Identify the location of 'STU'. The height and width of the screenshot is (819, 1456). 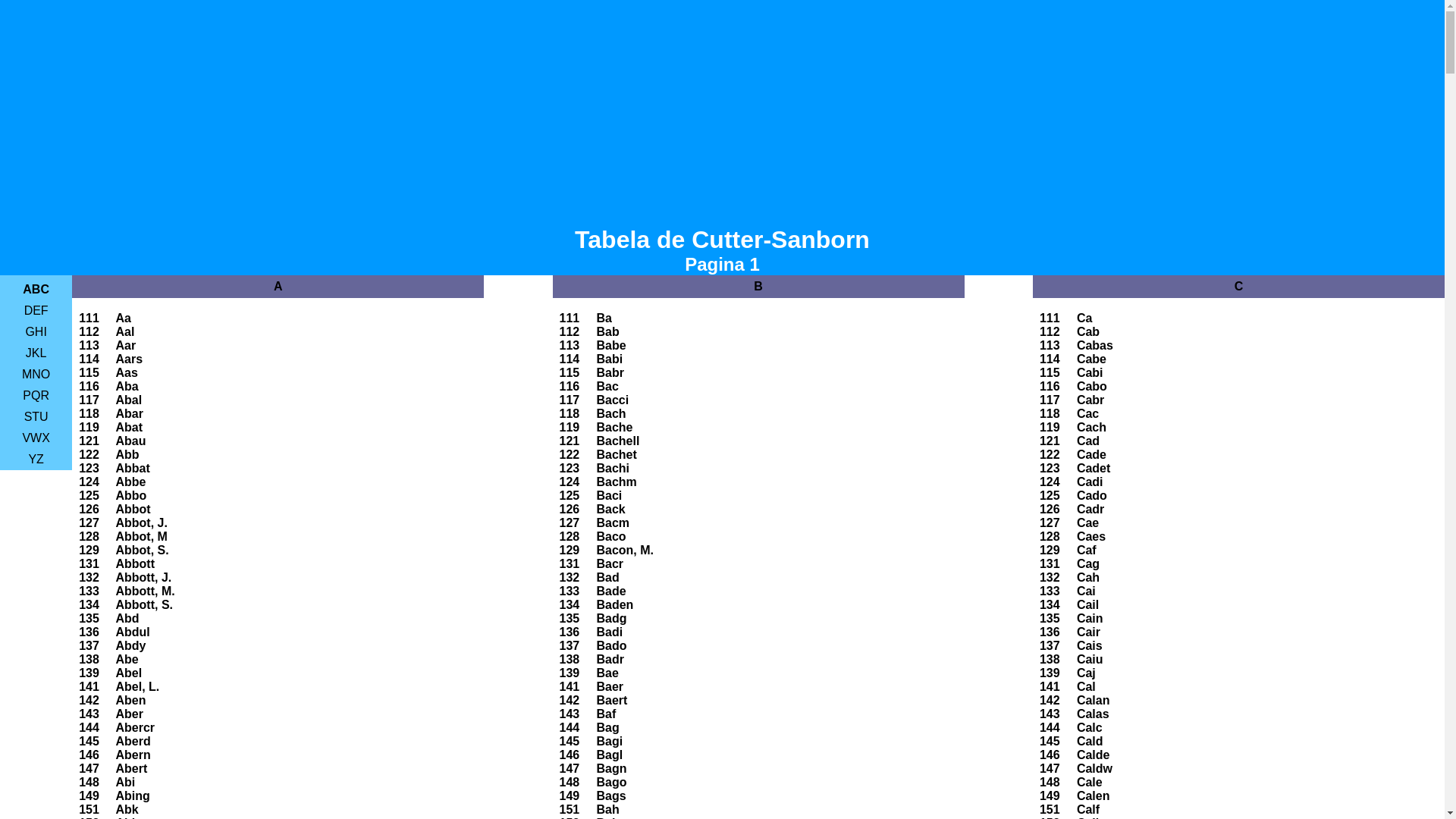
(24, 416).